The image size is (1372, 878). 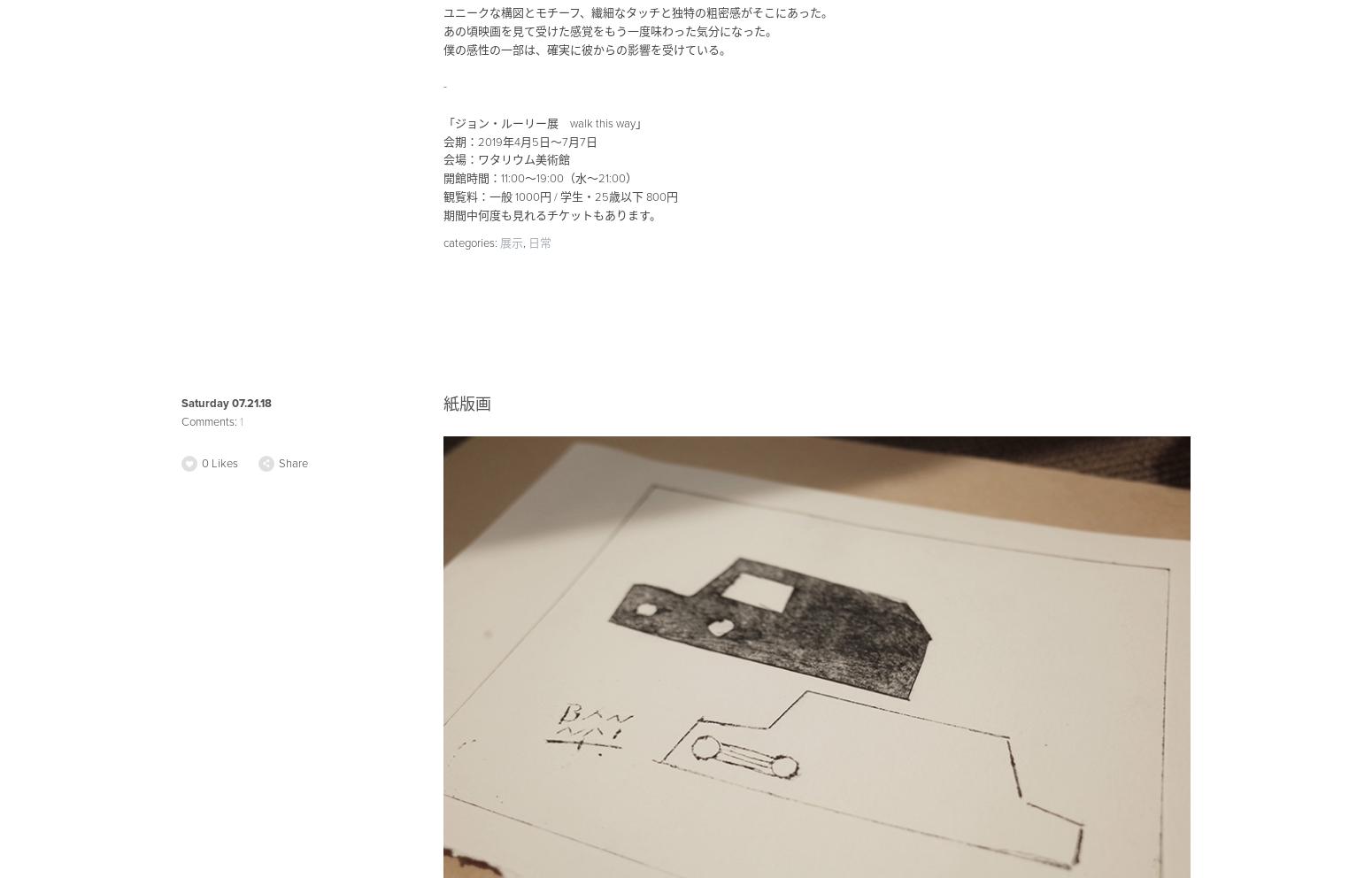 I want to click on 'Comments:', so click(x=210, y=421).